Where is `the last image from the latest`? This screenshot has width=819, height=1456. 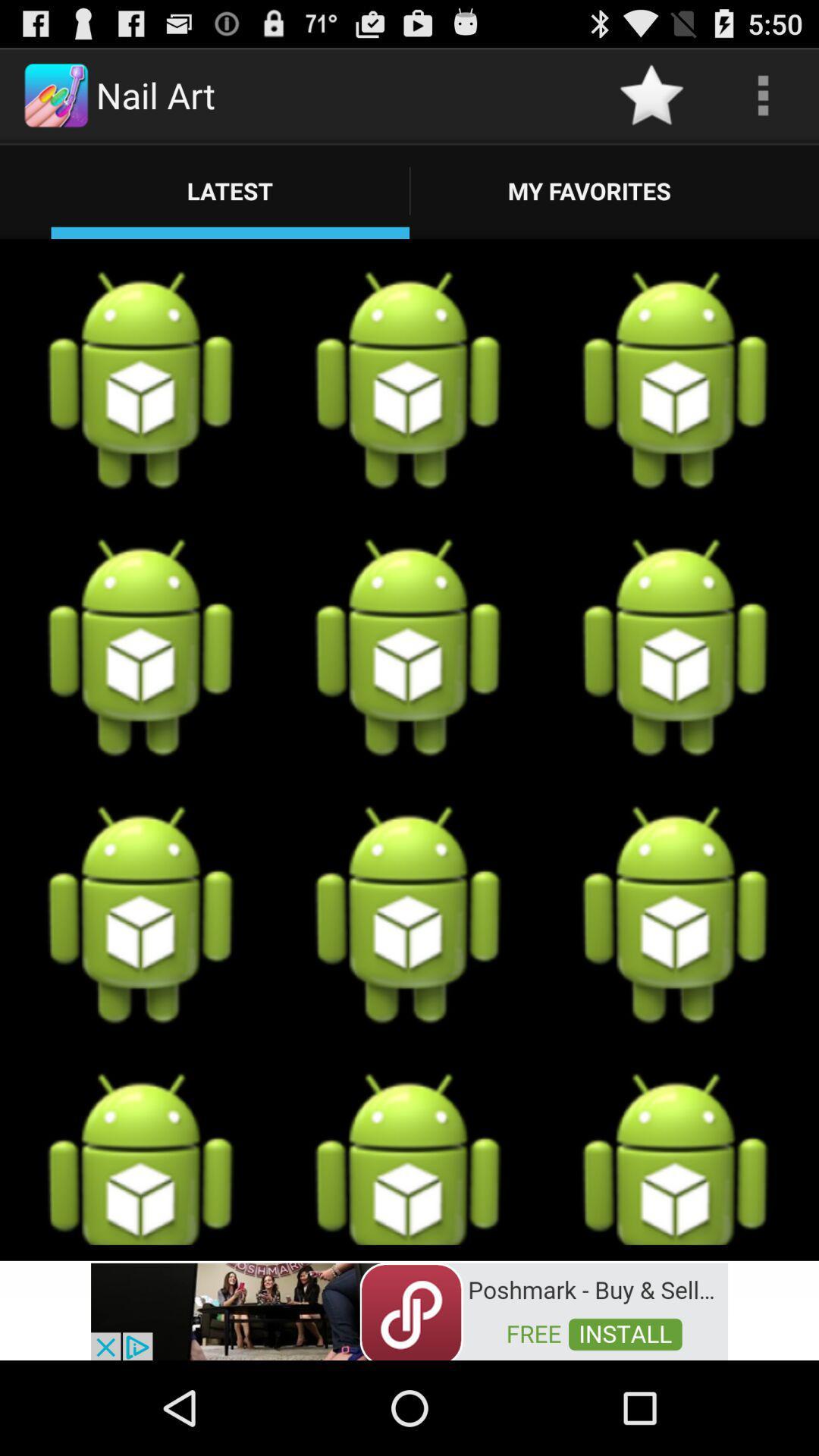
the last image from the latest is located at coordinates (675, 1158).